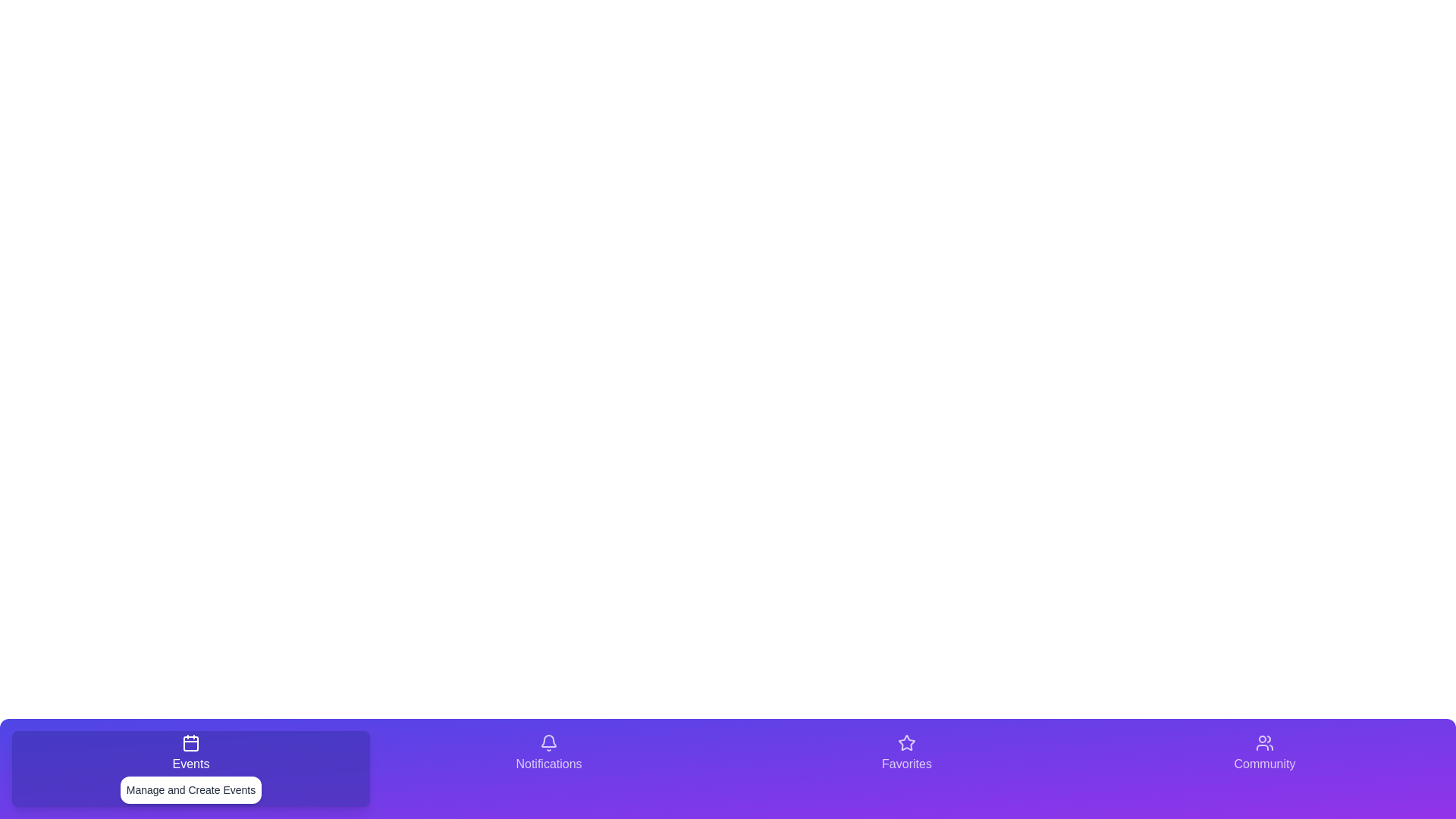 This screenshot has width=1456, height=819. Describe the element at coordinates (1265, 769) in the screenshot. I see `the tab corresponding to Community` at that location.